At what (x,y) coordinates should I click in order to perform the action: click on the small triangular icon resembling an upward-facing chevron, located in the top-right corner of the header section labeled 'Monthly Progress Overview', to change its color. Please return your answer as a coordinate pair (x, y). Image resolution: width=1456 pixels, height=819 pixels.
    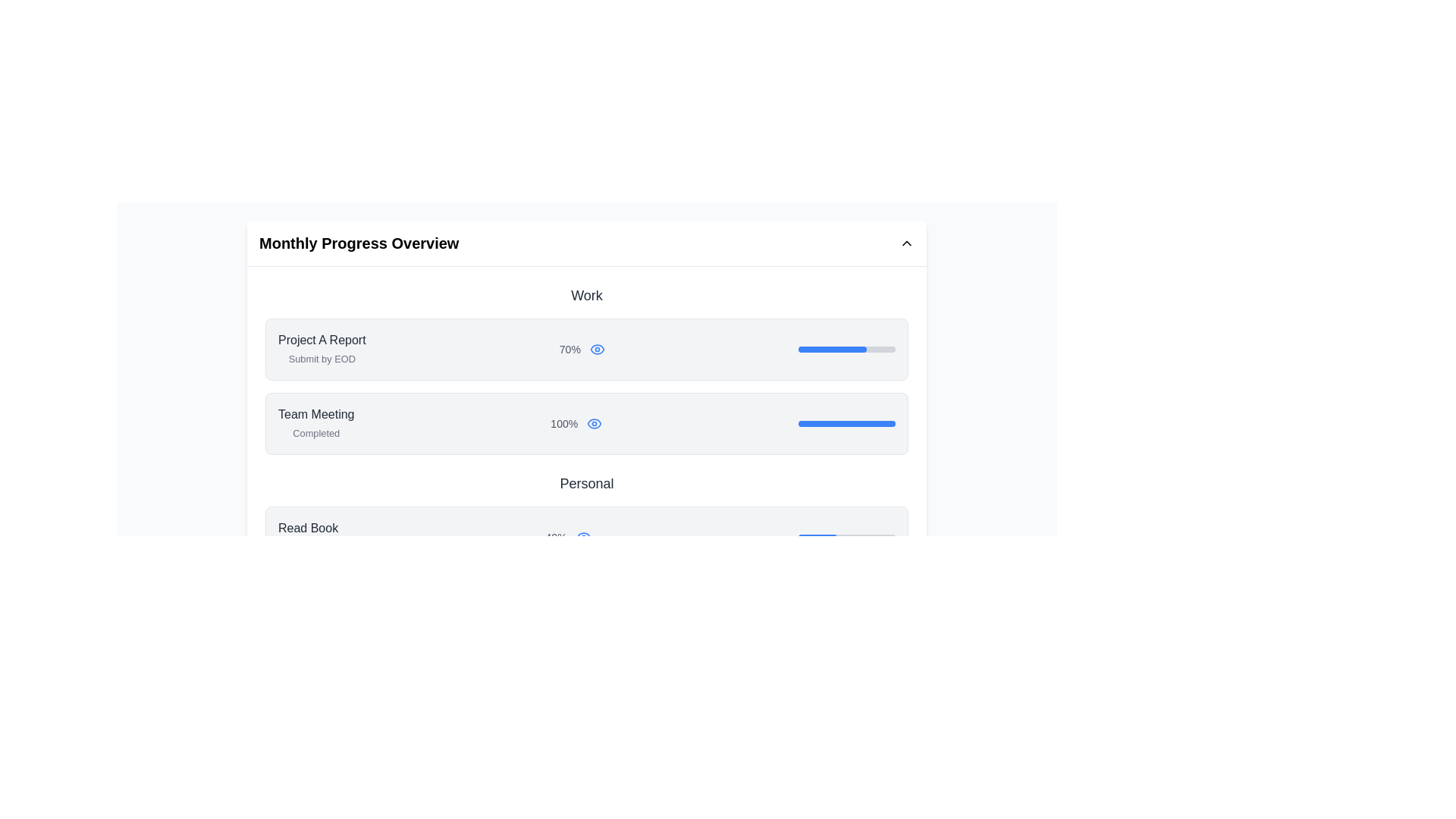
    Looking at the image, I should click on (906, 242).